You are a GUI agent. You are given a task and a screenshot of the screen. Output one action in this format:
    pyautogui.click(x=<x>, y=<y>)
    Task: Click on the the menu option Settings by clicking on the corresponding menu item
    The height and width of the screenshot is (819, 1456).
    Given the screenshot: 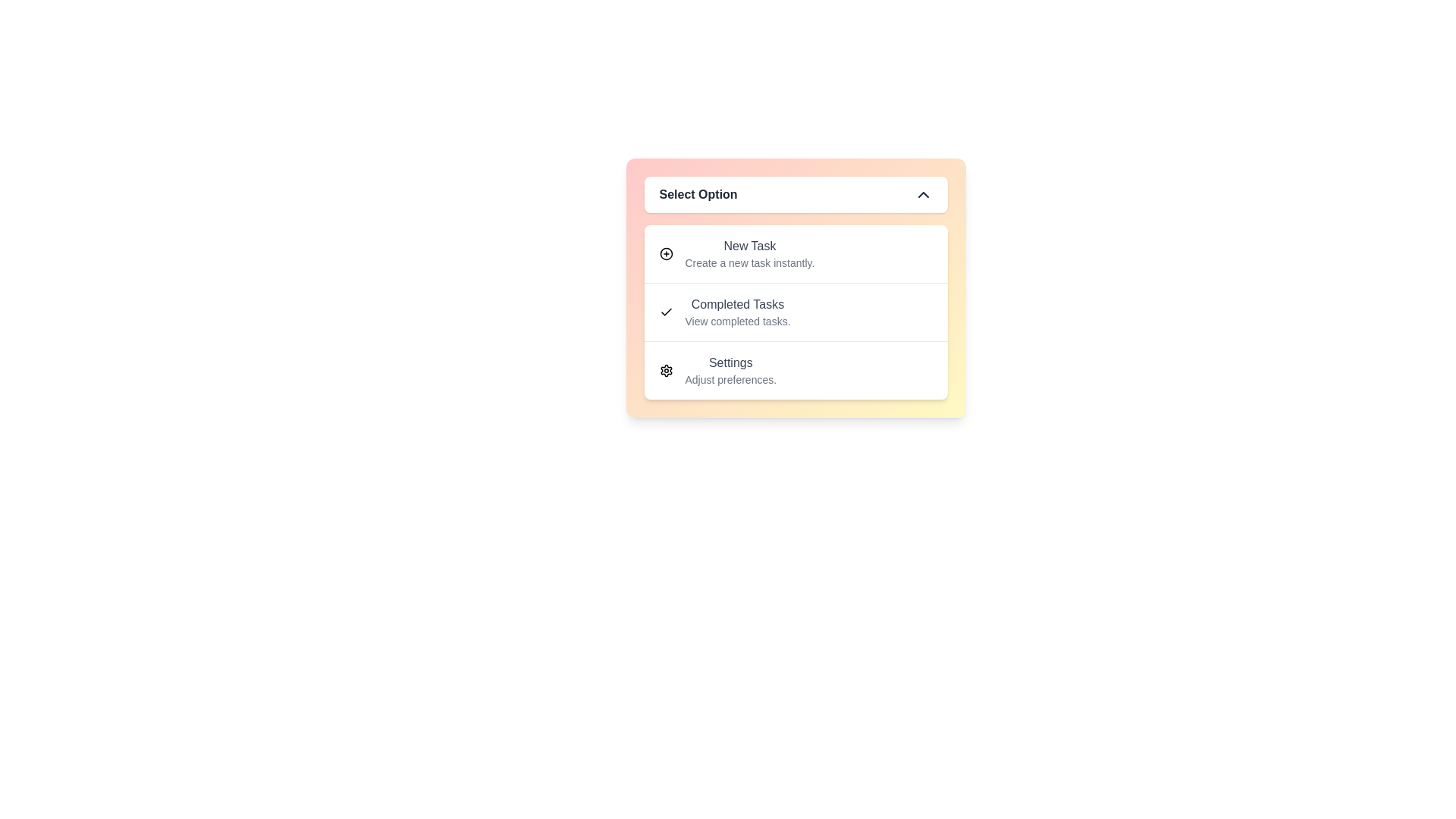 What is the action you would take?
    pyautogui.click(x=795, y=370)
    